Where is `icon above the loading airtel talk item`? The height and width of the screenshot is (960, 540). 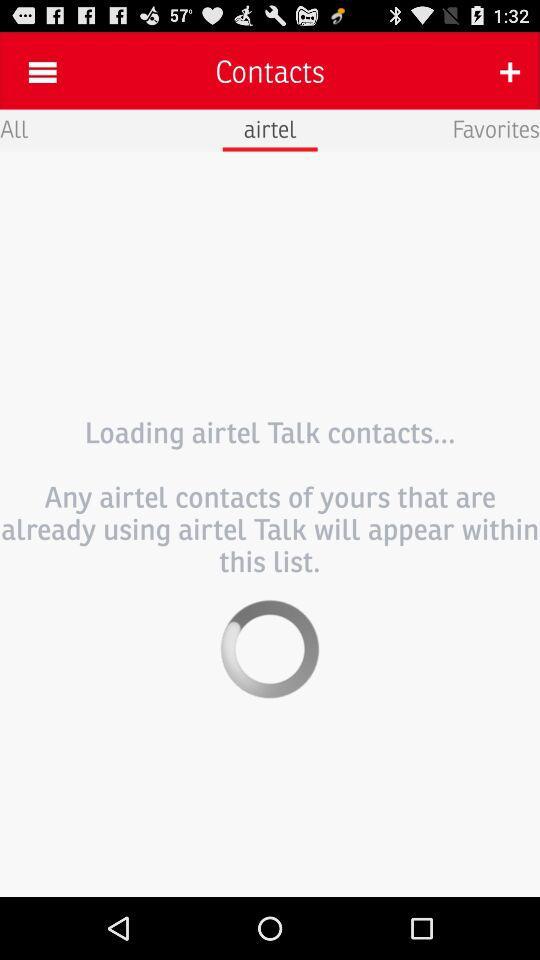 icon above the loading airtel talk item is located at coordinates (495, 127).